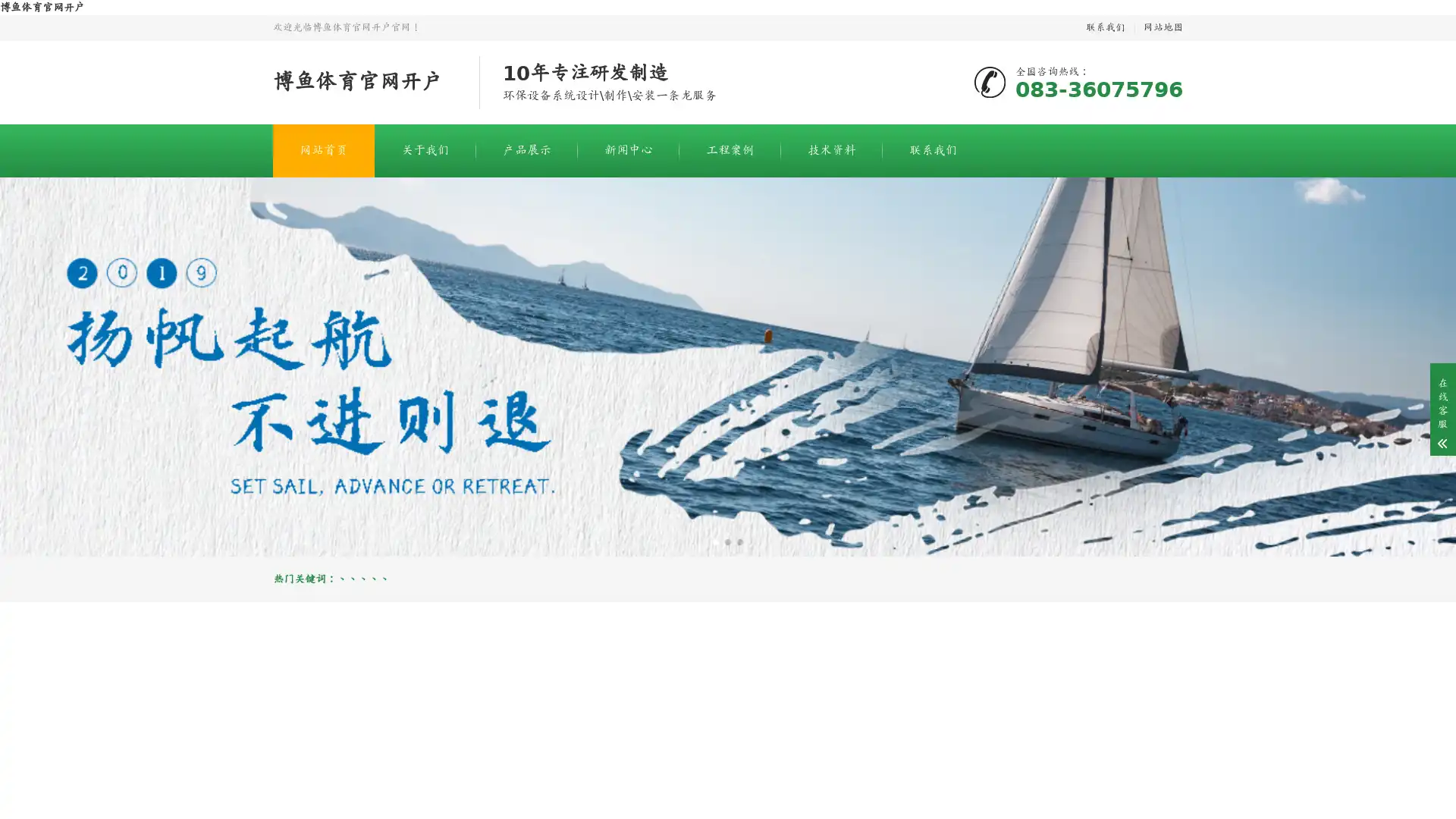 The width and height of the screenshot is (1456, 819). I want to click on Go to slide 1, so click(715, 541).